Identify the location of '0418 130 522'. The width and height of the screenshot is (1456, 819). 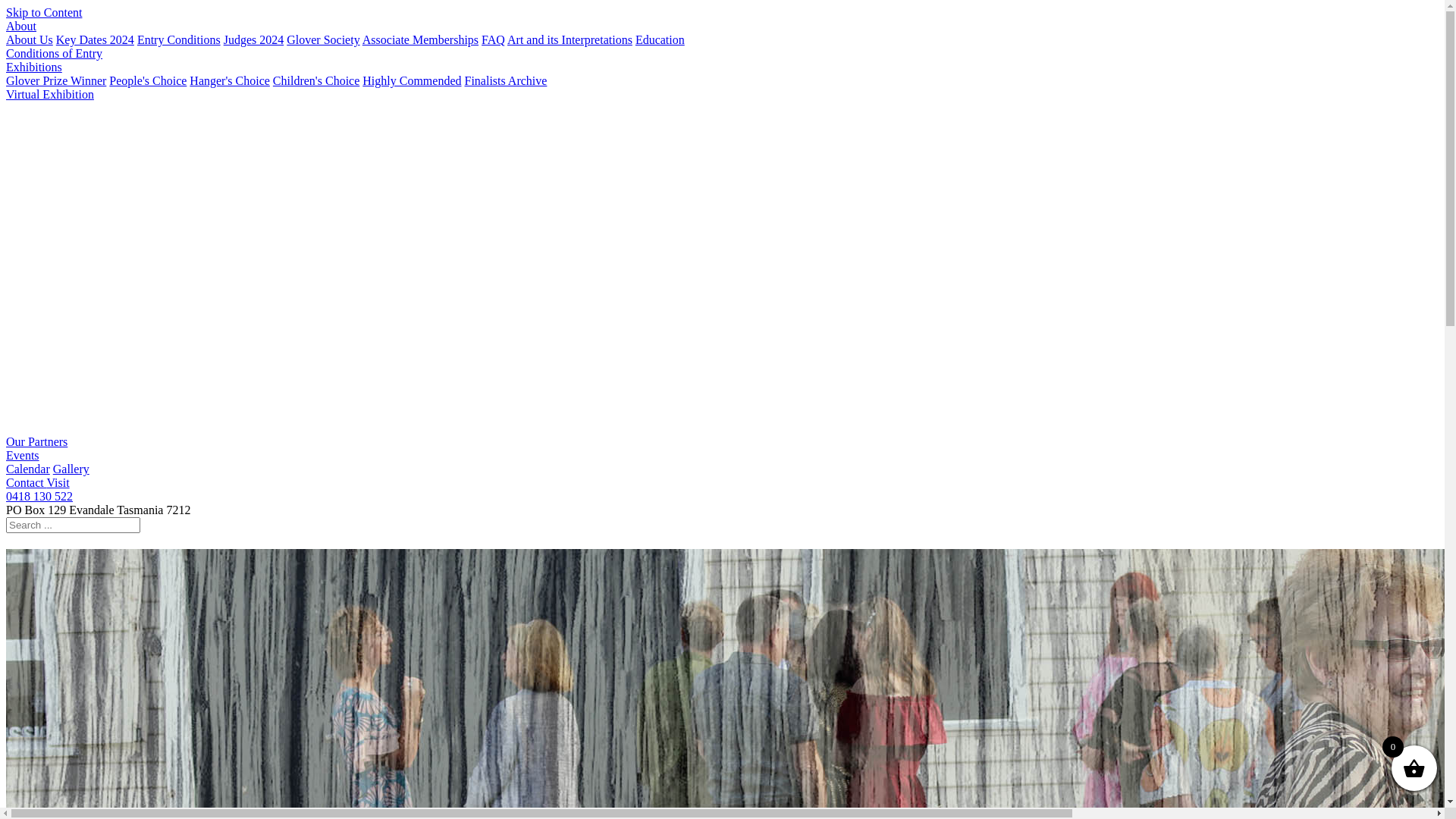
(39, 496).